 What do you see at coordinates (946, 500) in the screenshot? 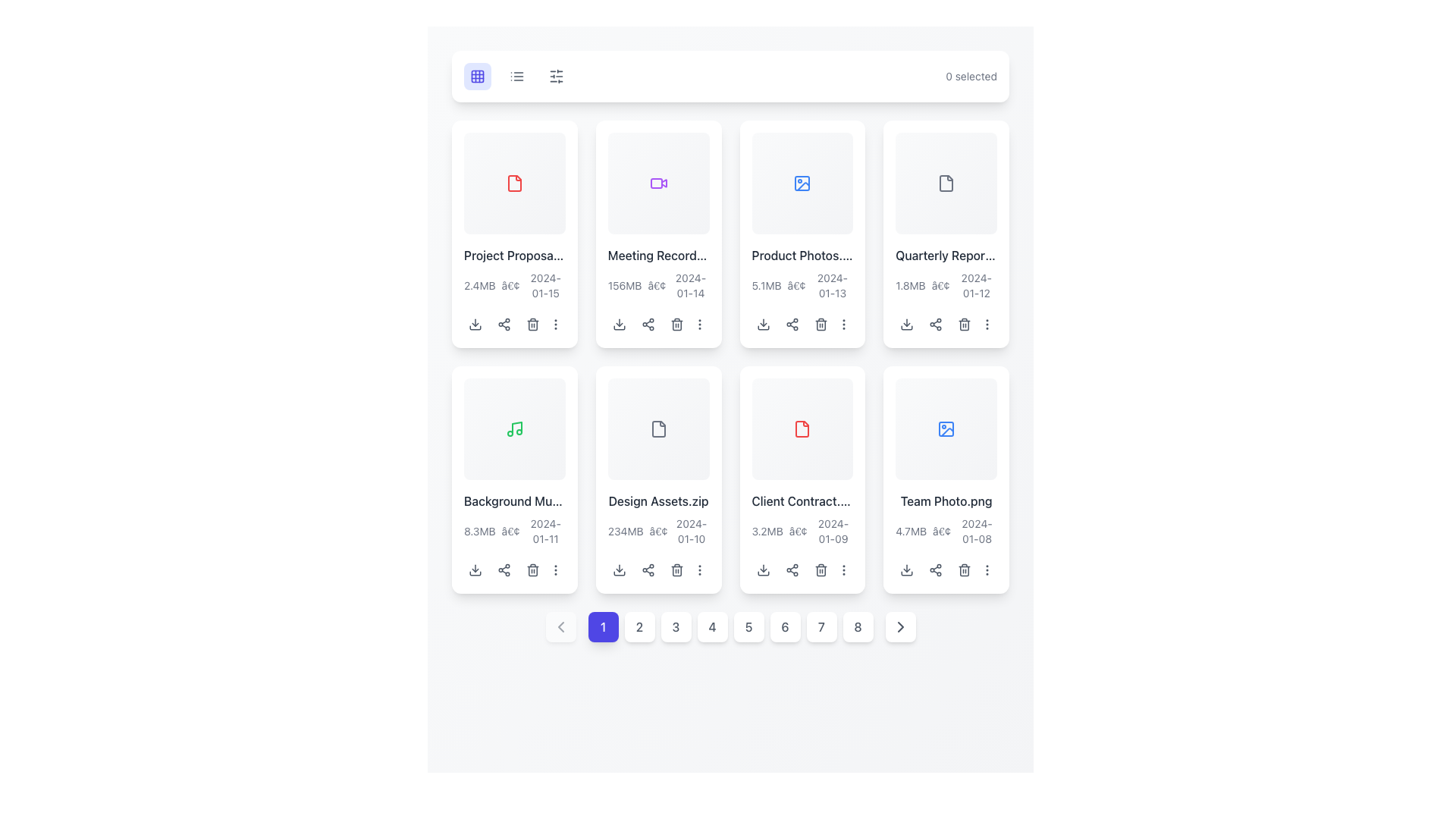
I see `the text label displaying 'Team Photo.png', which is styled with medium font weight and dark gray color, located near the bottom of a card in the second row and last column of the grid layout` at bounding box center [946, 500].